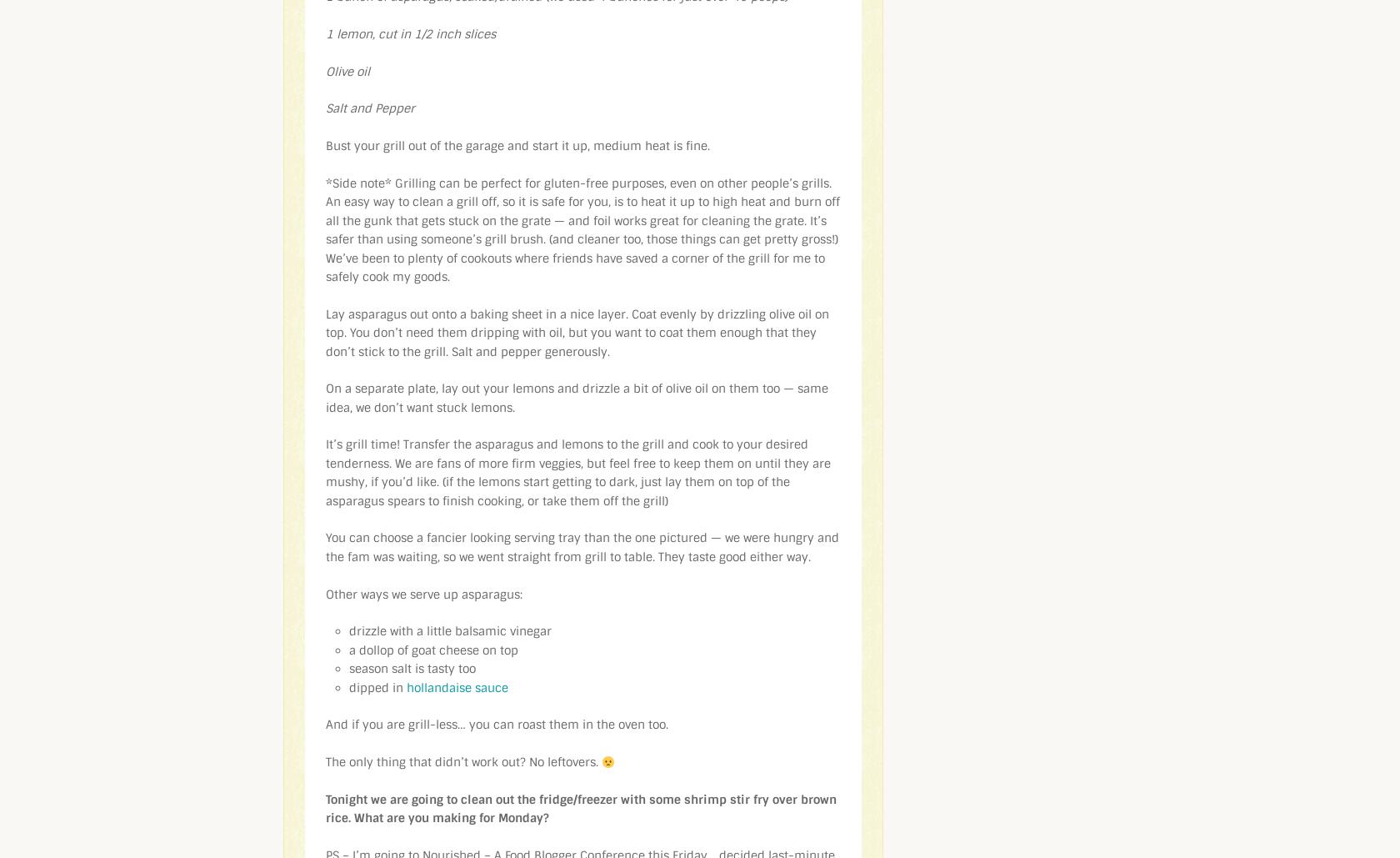 This screenshot has width=1400, height=858. What do you see at coordinates (370, 107) in the screenshot?
I see `'Salt and Pepper'` at bounding box center [370, 107].